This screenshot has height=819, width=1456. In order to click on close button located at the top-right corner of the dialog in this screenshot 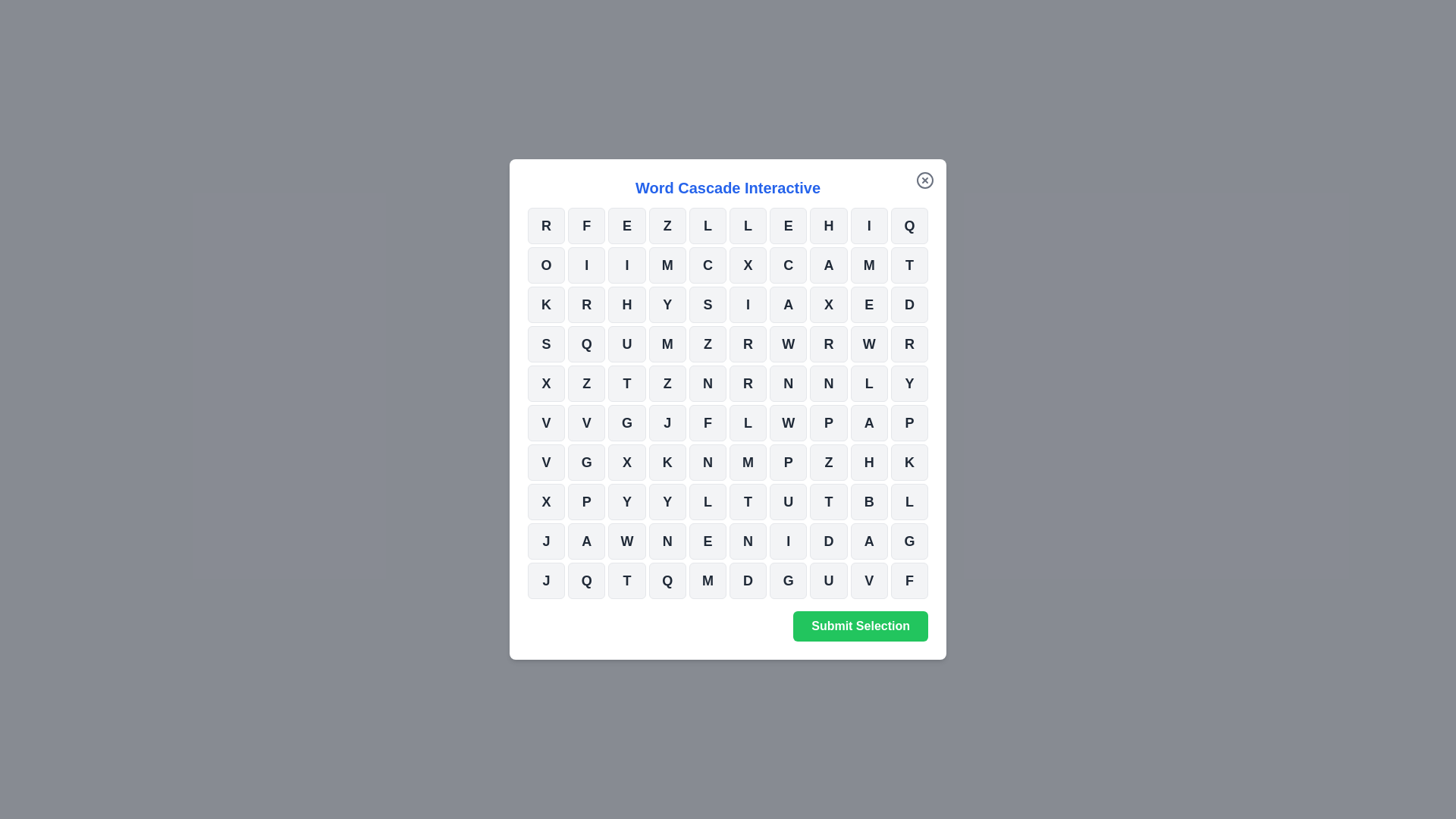, I will do `click(924, 180)`.